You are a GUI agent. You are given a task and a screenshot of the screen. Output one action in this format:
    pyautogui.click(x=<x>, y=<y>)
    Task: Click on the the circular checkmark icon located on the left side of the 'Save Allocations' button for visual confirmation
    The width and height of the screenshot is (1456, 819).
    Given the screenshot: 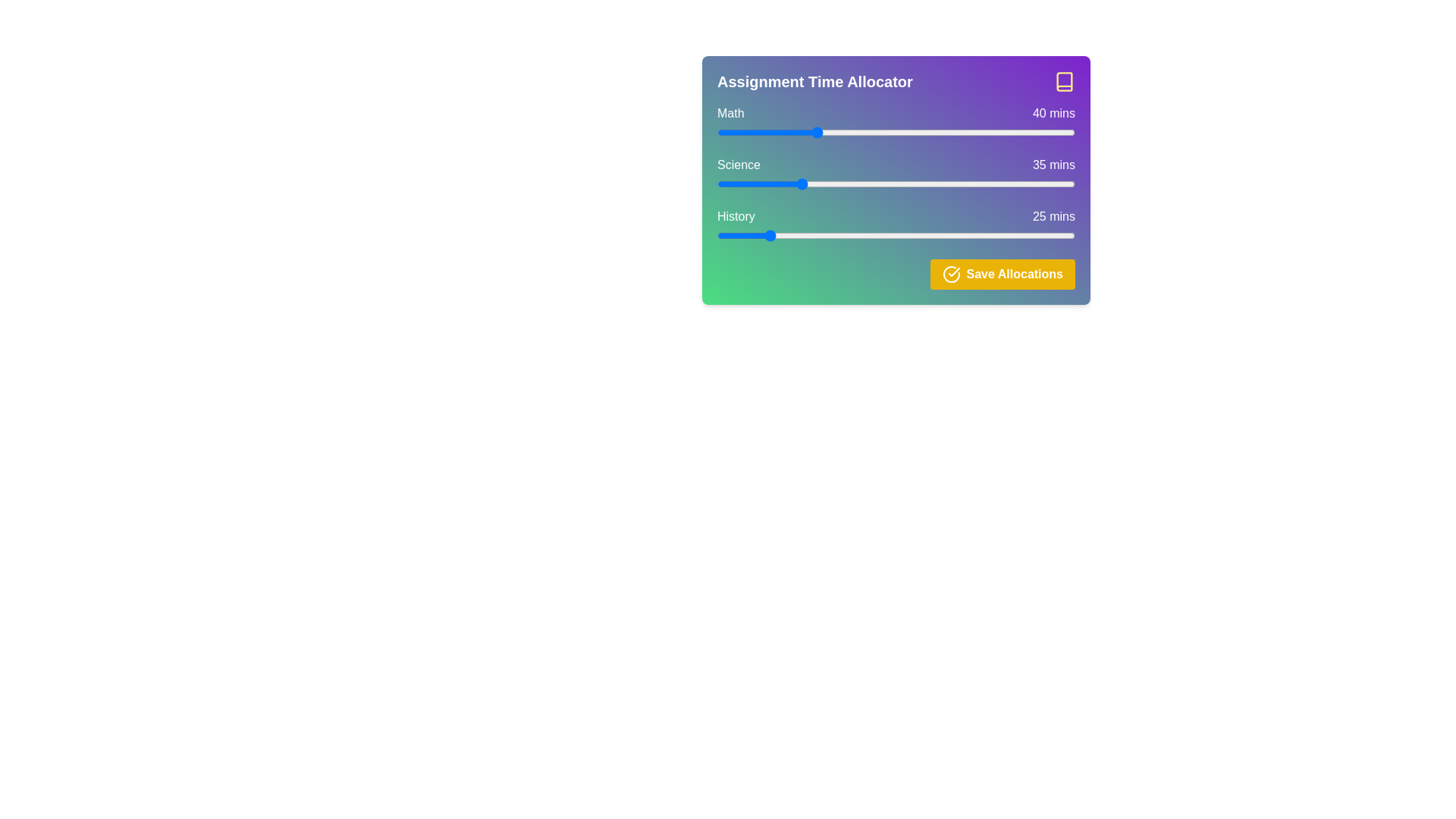 What is the action you would take?
    pyautogui.click(x=950, y=275)
    